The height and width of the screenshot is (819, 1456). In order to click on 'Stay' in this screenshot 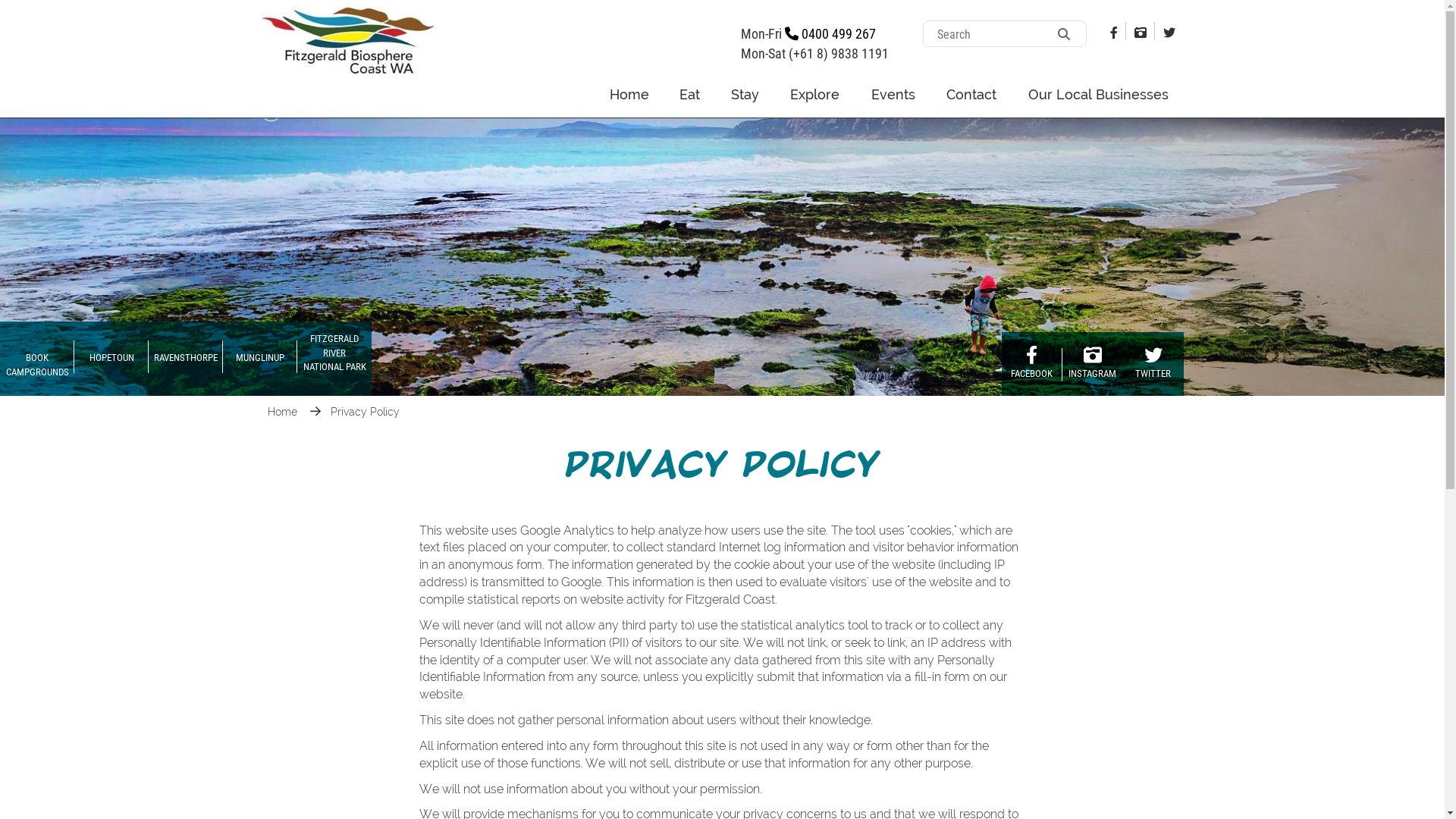, I will do `click(745, 94)`.